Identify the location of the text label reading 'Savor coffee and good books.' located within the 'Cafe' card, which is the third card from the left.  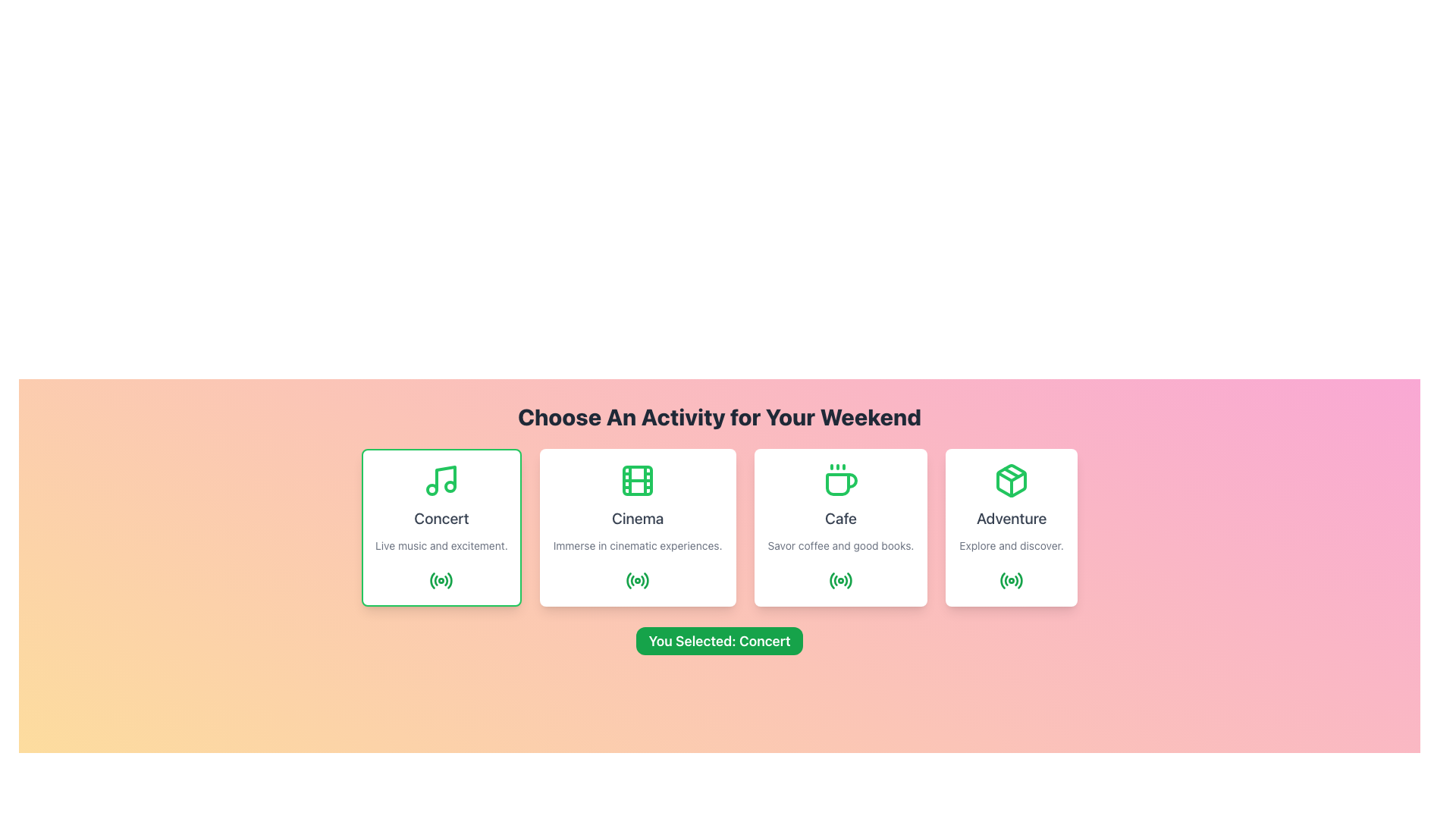
(839, 546).